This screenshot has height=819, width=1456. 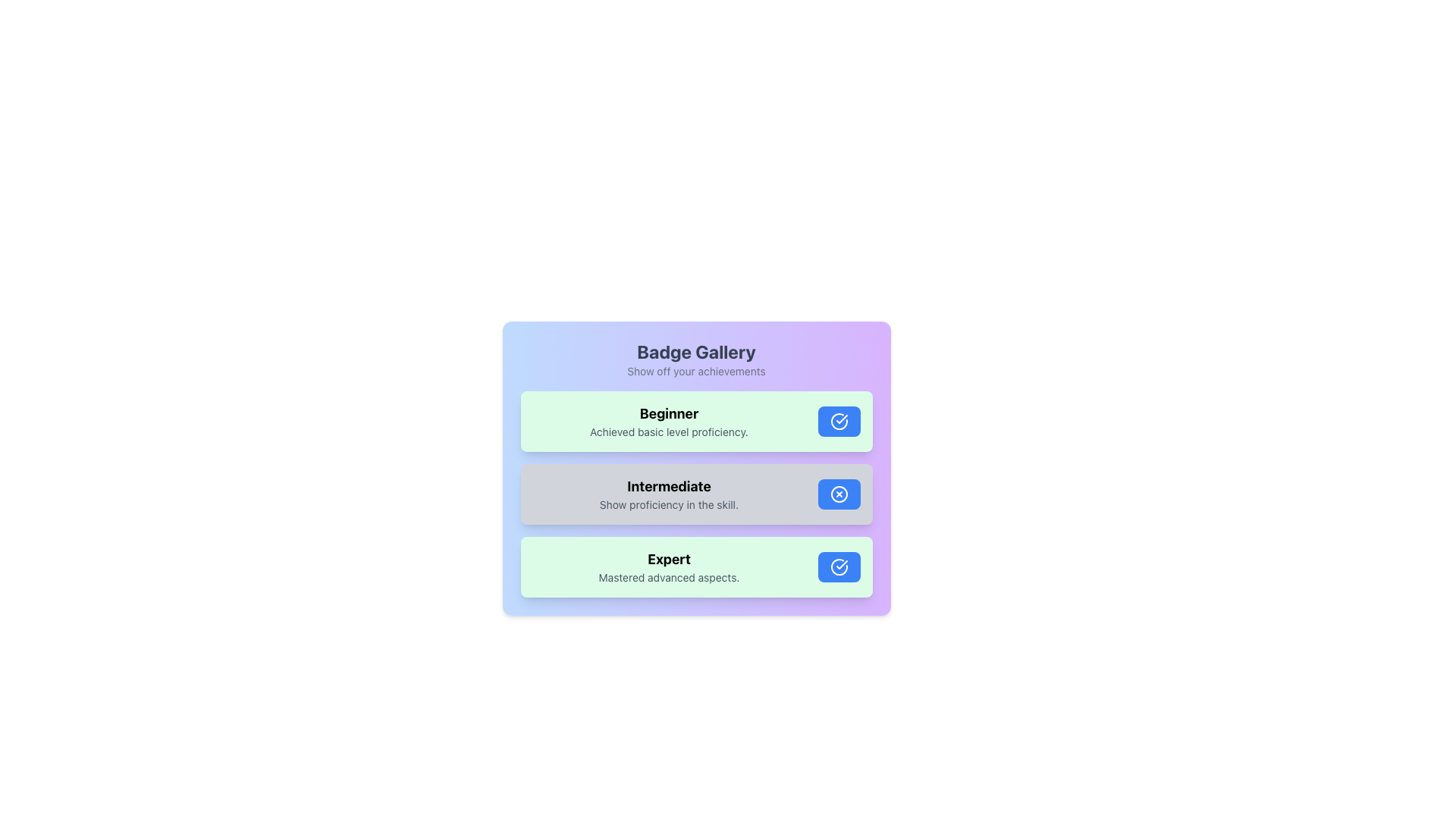 I want to click on the text element displaying 'Expert', which is the title in the third row of the achievement levels list, so click(x=668, y=559).